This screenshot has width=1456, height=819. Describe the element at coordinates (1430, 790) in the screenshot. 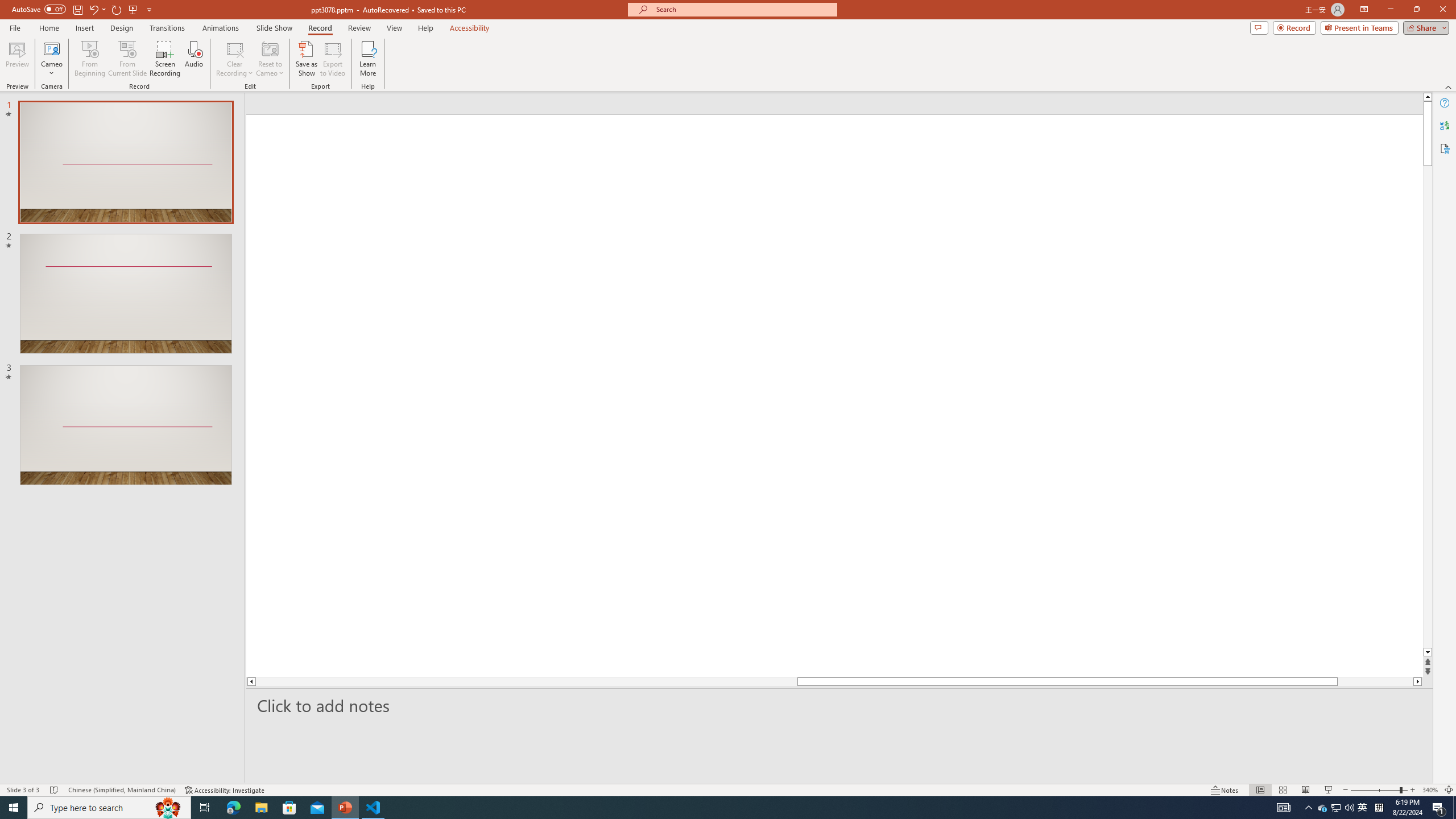

I see `'Zoom 340%'` at that location.